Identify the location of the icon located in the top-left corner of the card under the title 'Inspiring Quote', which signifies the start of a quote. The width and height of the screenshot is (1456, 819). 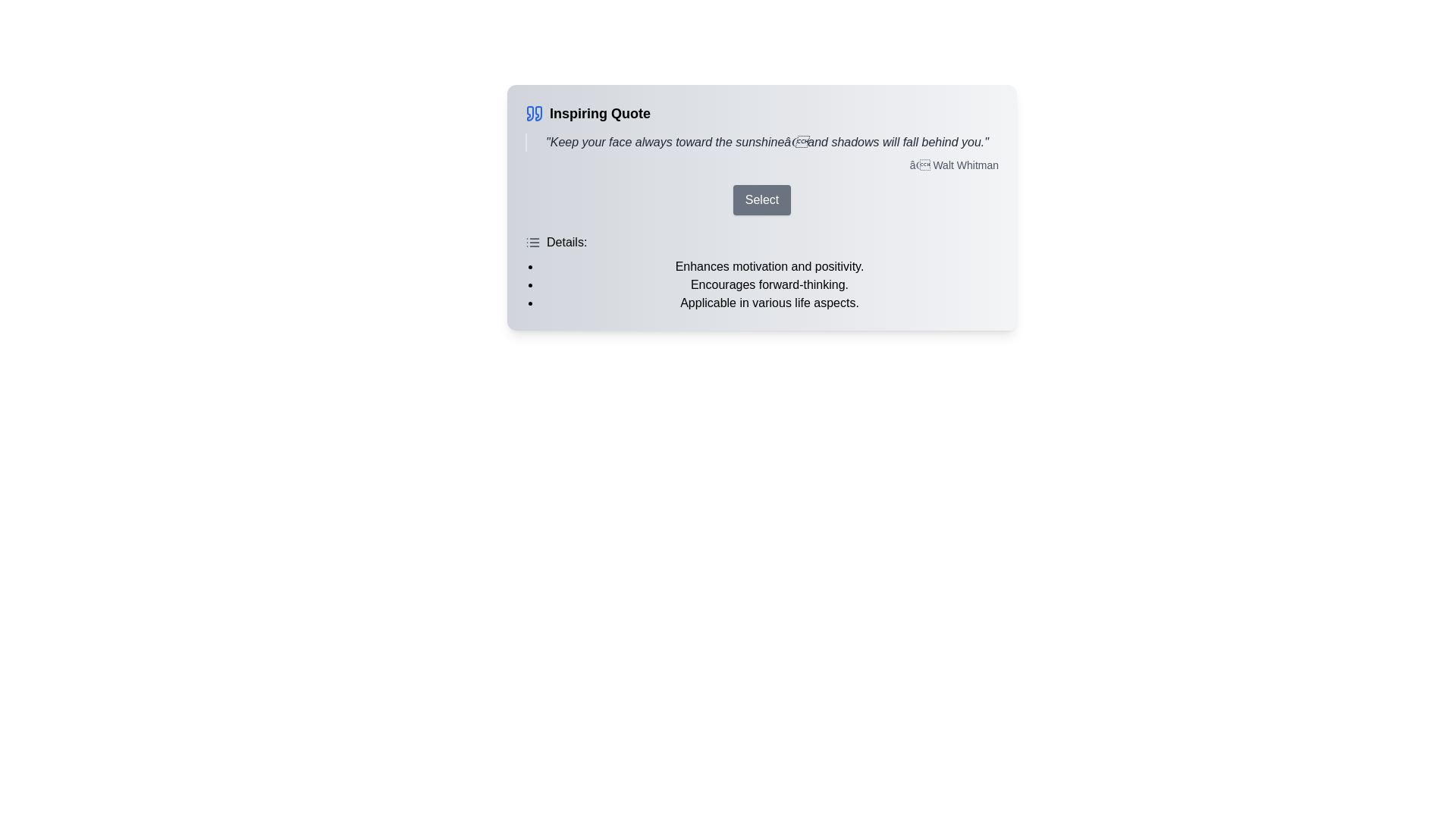
(530, 113).